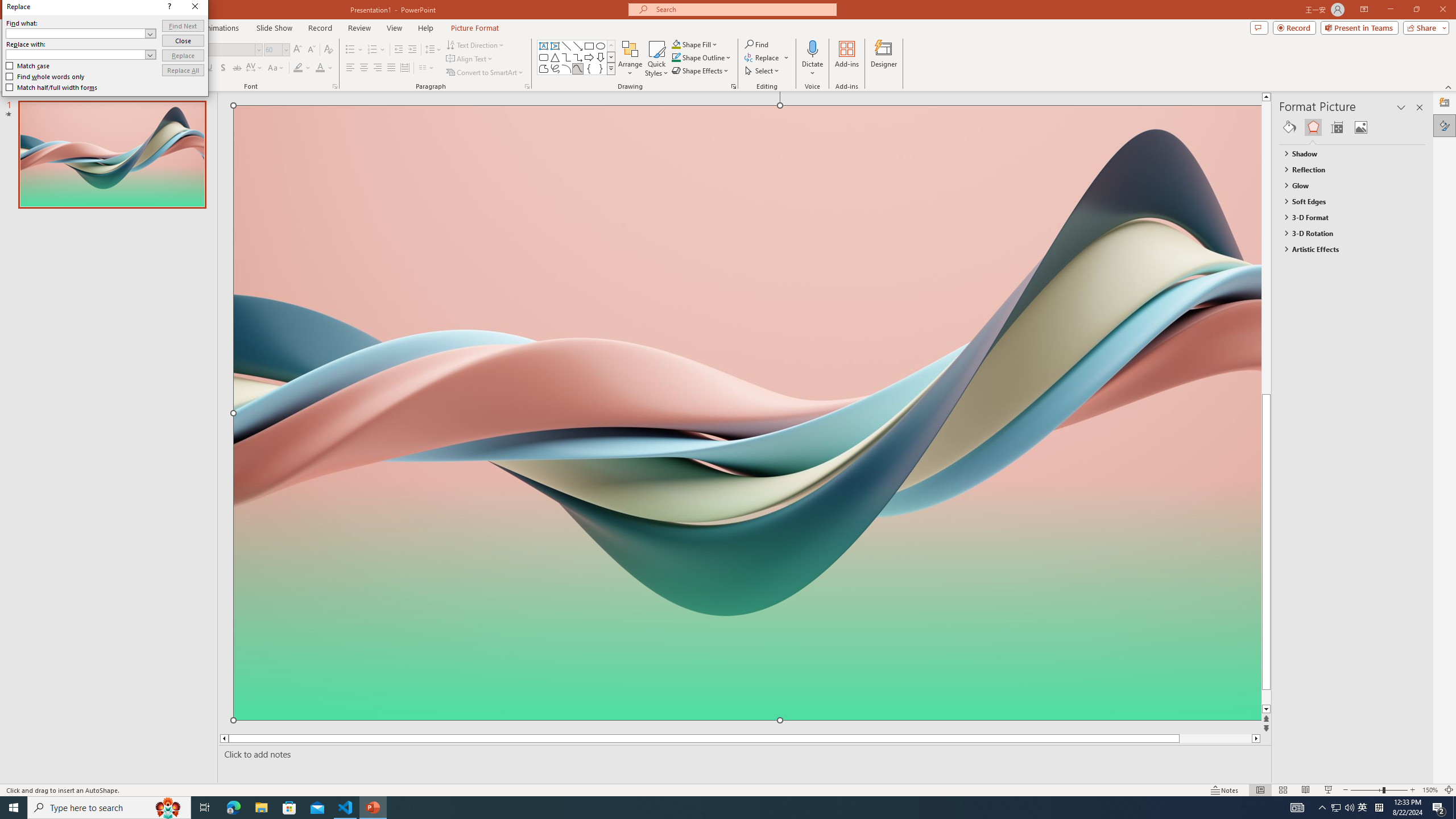 Image resolution: width=1456 pixels, height=819 pixels. I want to click on 'Replace with', so click(81, 54).